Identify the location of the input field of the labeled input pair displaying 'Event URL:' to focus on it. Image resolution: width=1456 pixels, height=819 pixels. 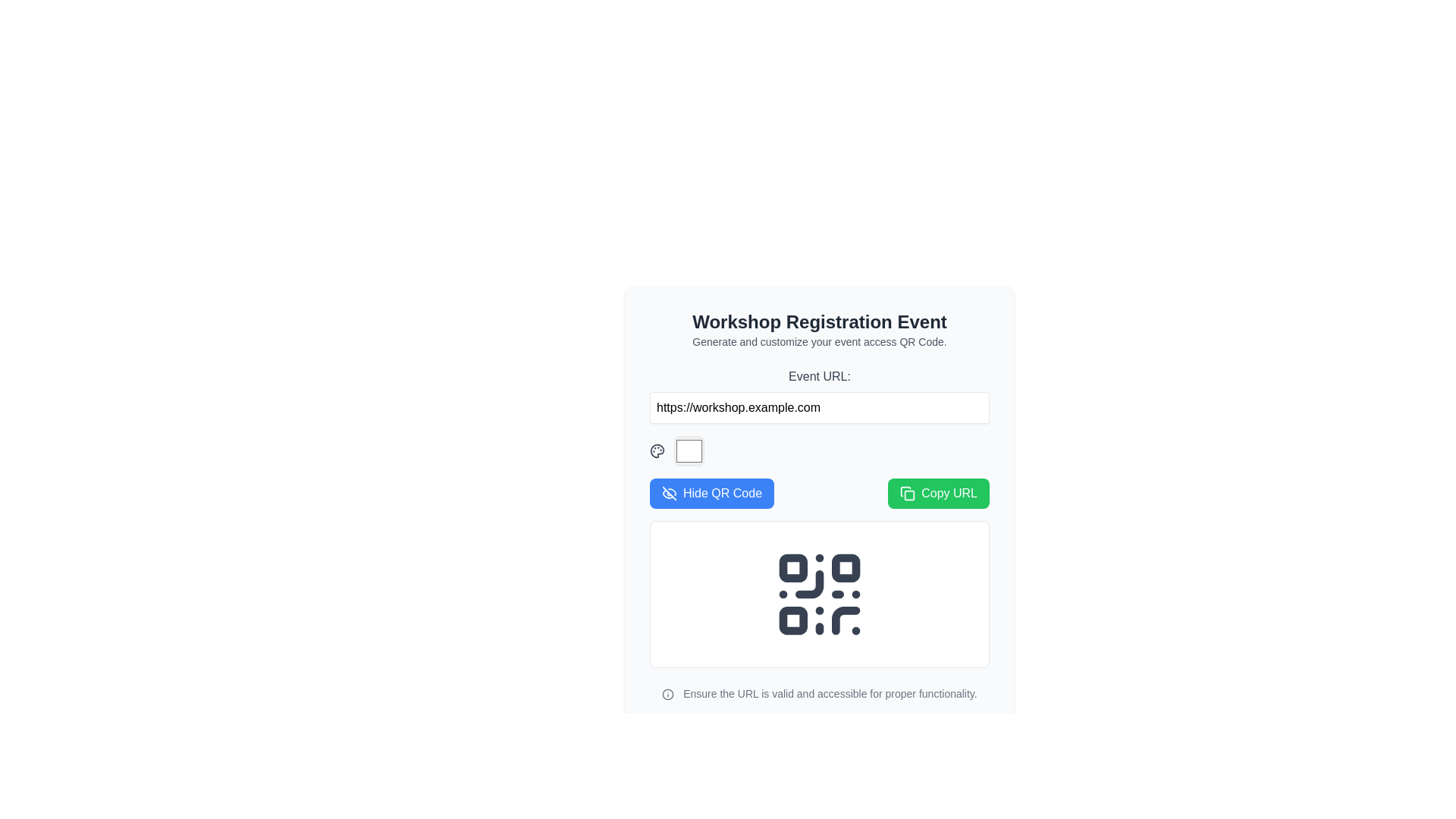
(818, 394).